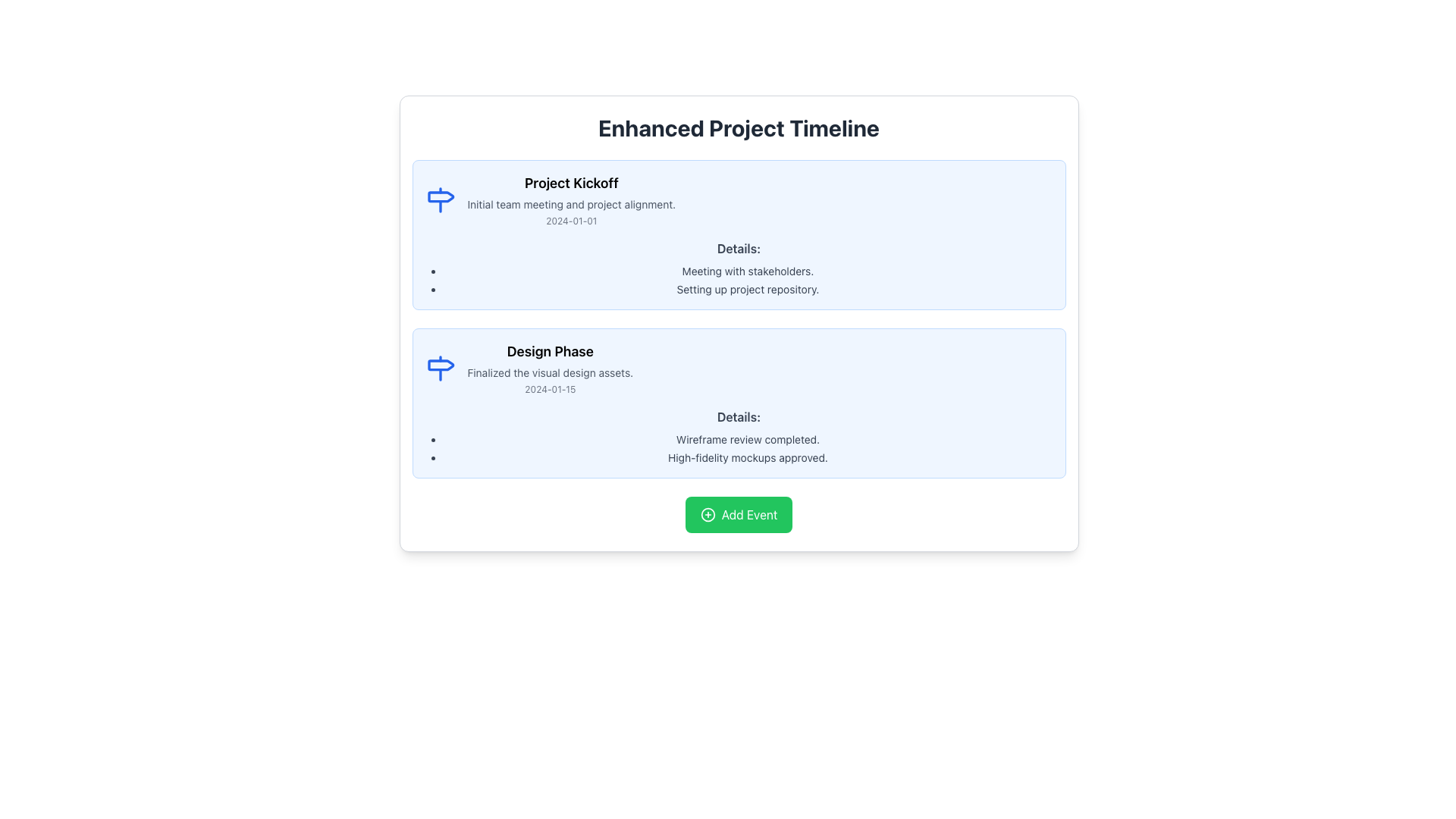 The width and height of the screenshot is (1456, 819). I want to click on the 'add' icon located to the left of the 'Add Event' button text, so click(706, 513).